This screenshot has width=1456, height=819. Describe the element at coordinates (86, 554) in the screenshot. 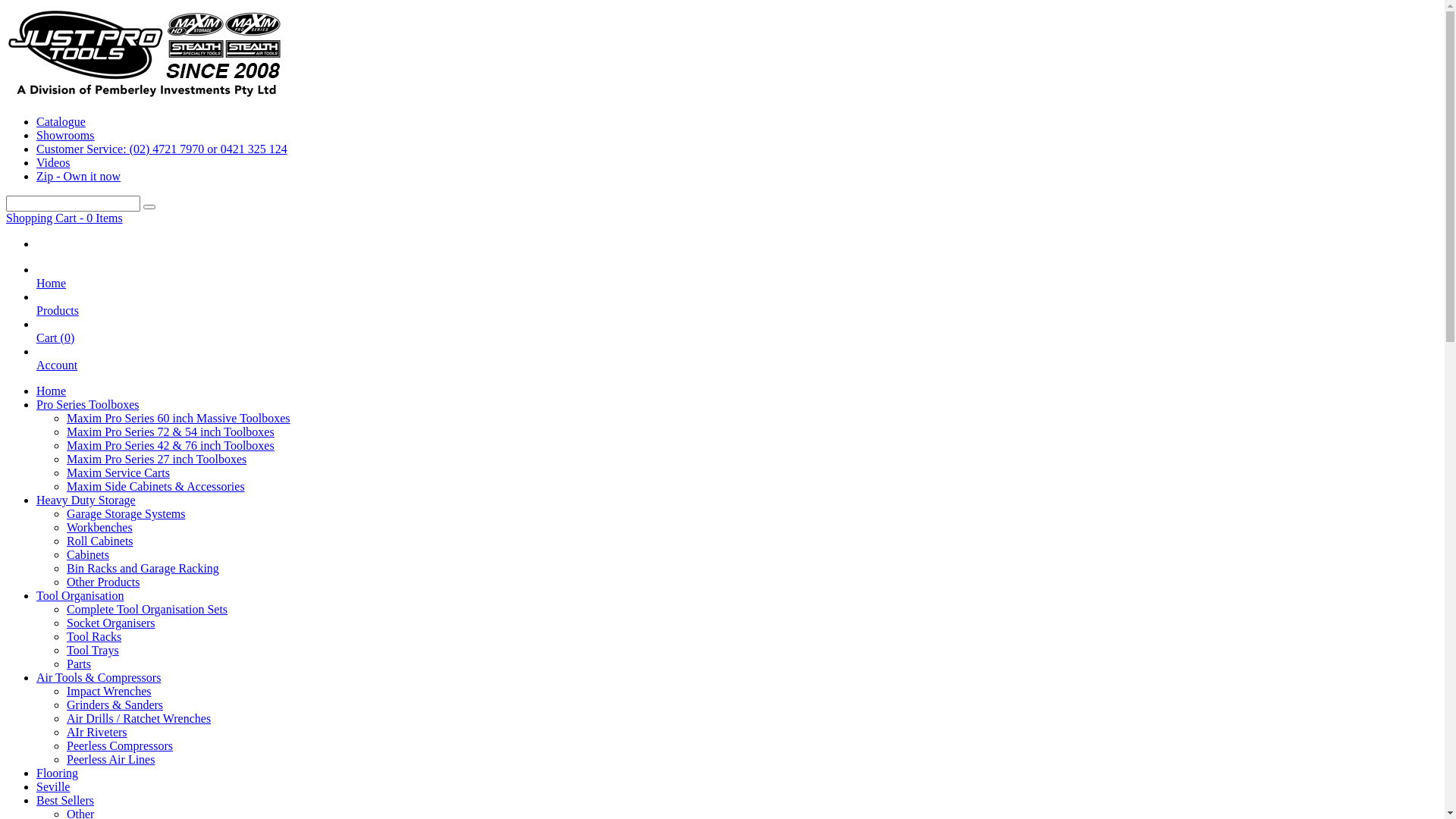

I see `'Cabinets'` at that location.